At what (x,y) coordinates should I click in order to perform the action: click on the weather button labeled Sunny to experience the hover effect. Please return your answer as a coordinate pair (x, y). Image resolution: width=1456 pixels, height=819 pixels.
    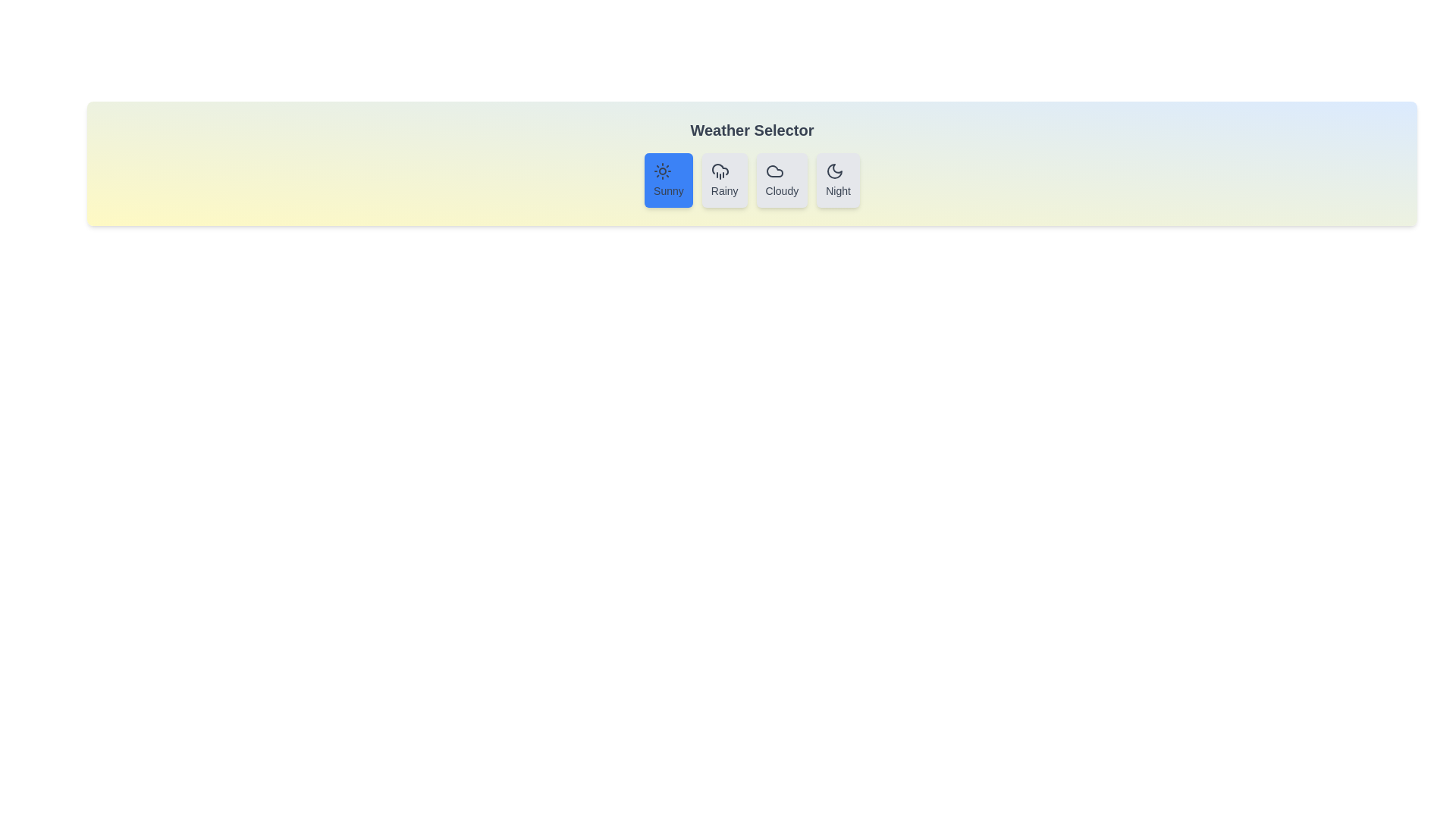
    Looking at the image, I should click on (668, 180).